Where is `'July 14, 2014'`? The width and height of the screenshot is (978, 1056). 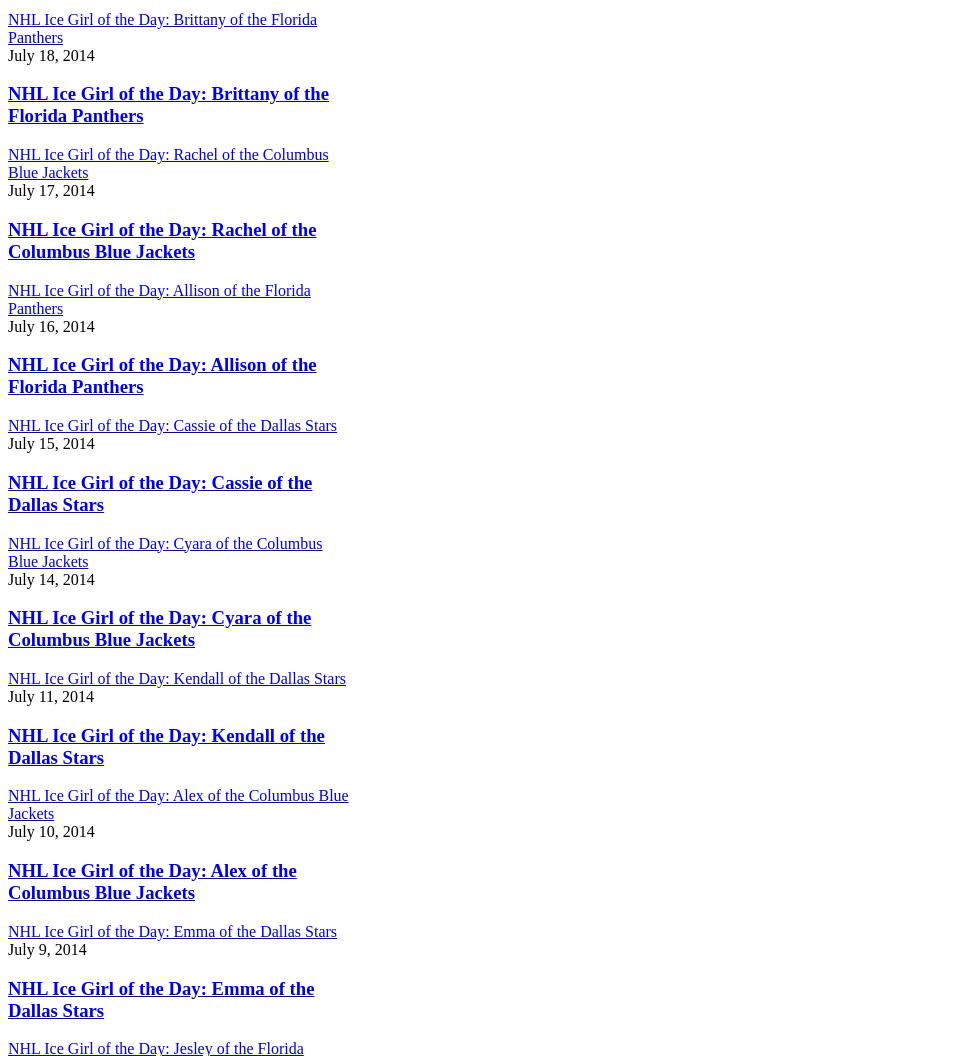 'July 14, 2014' is located at coordinates (50, 578).